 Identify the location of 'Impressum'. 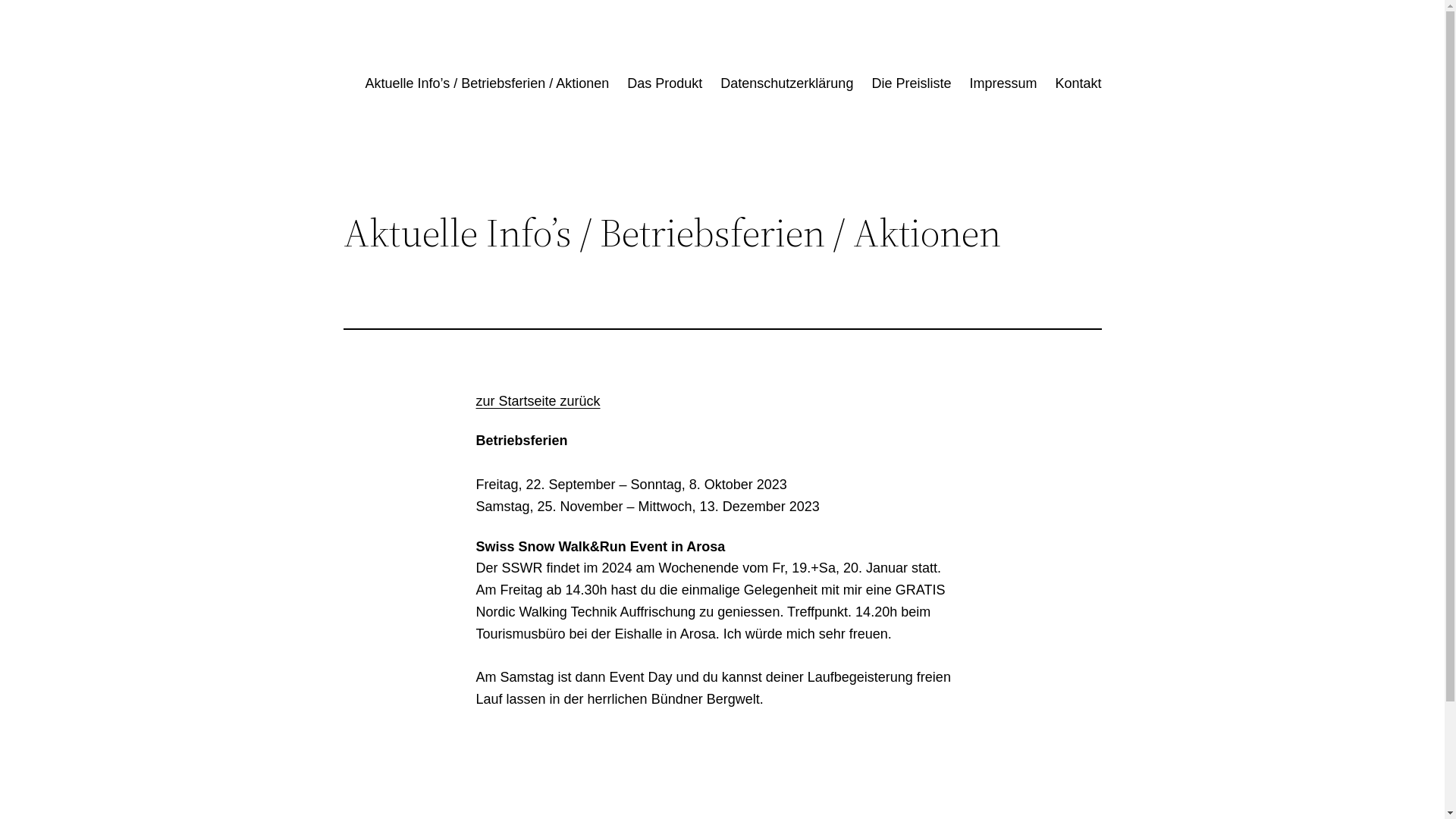
(1003, 83).